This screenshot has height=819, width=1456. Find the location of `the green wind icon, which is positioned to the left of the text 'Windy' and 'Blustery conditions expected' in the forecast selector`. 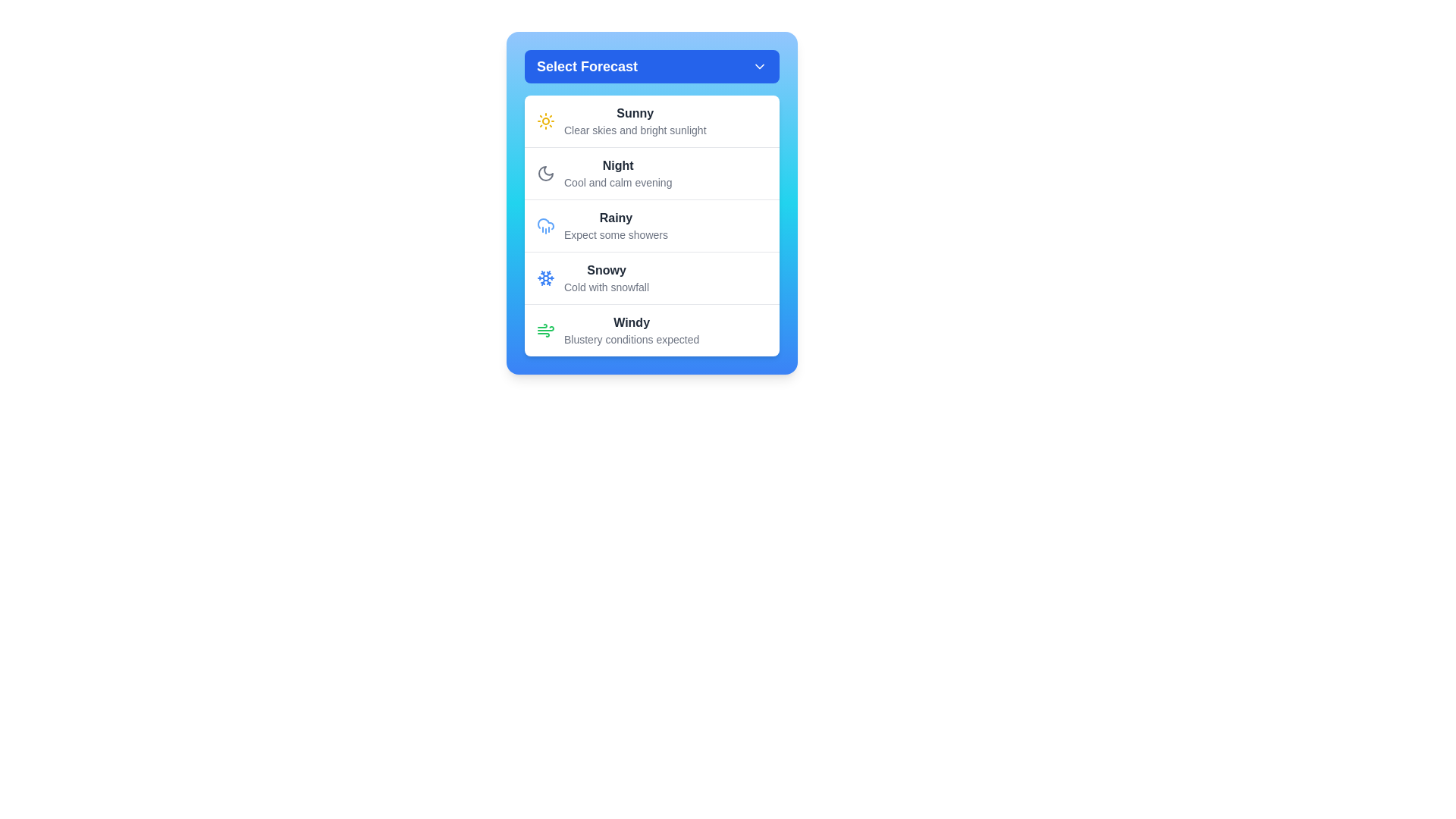

the green wind icon, which is positioned to the left of the text 'Windy' and 'Blustery conditions expected' in the forecast selector is located at coordinates (546, 329).